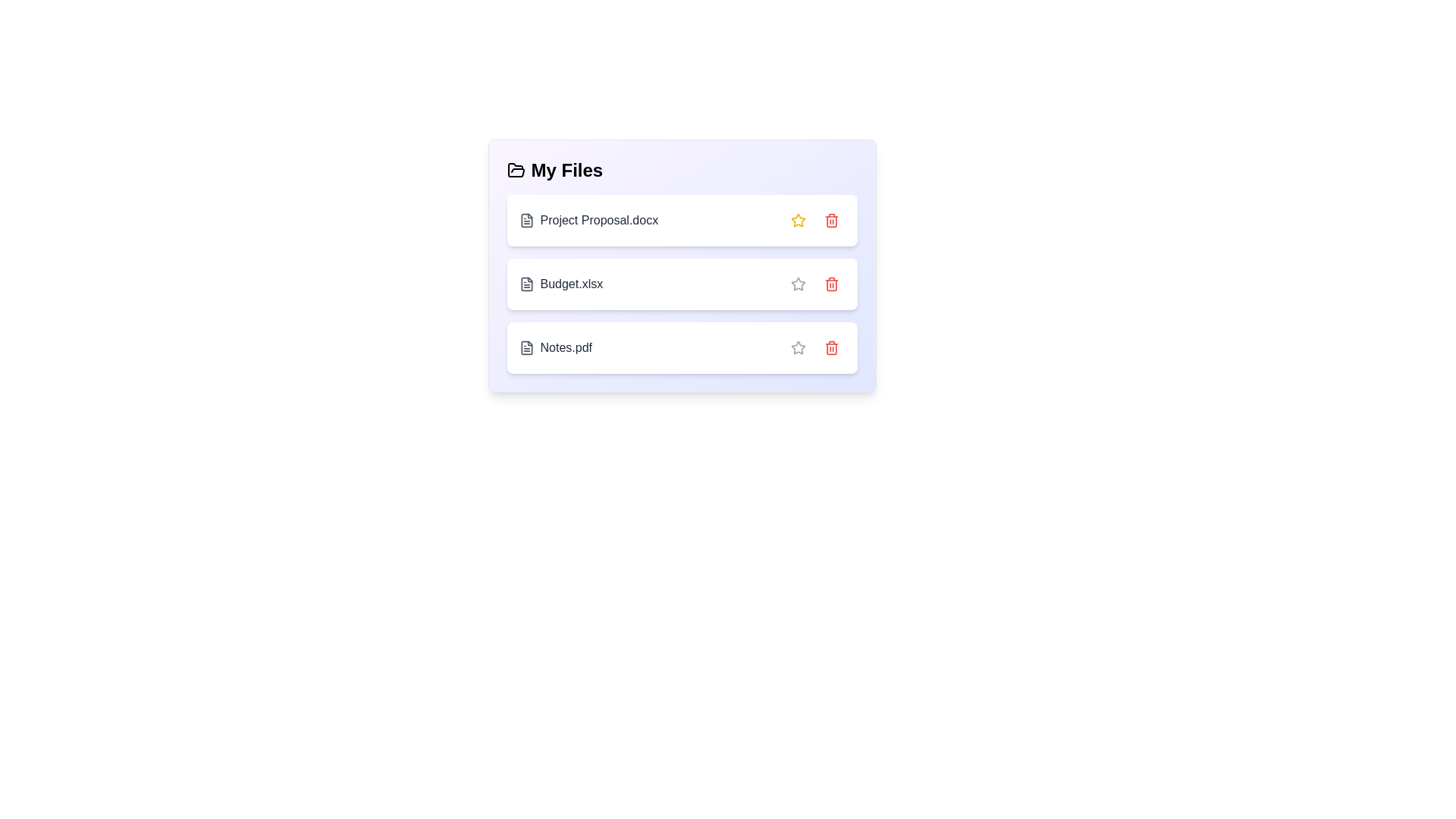 Image resolution: width=1456 pixels, height=819 pixels. Describe the element at coordinates (830, 348) in the screenshot. I see `trash icon for the file Notes.pdf to remove it from the list` at that location.